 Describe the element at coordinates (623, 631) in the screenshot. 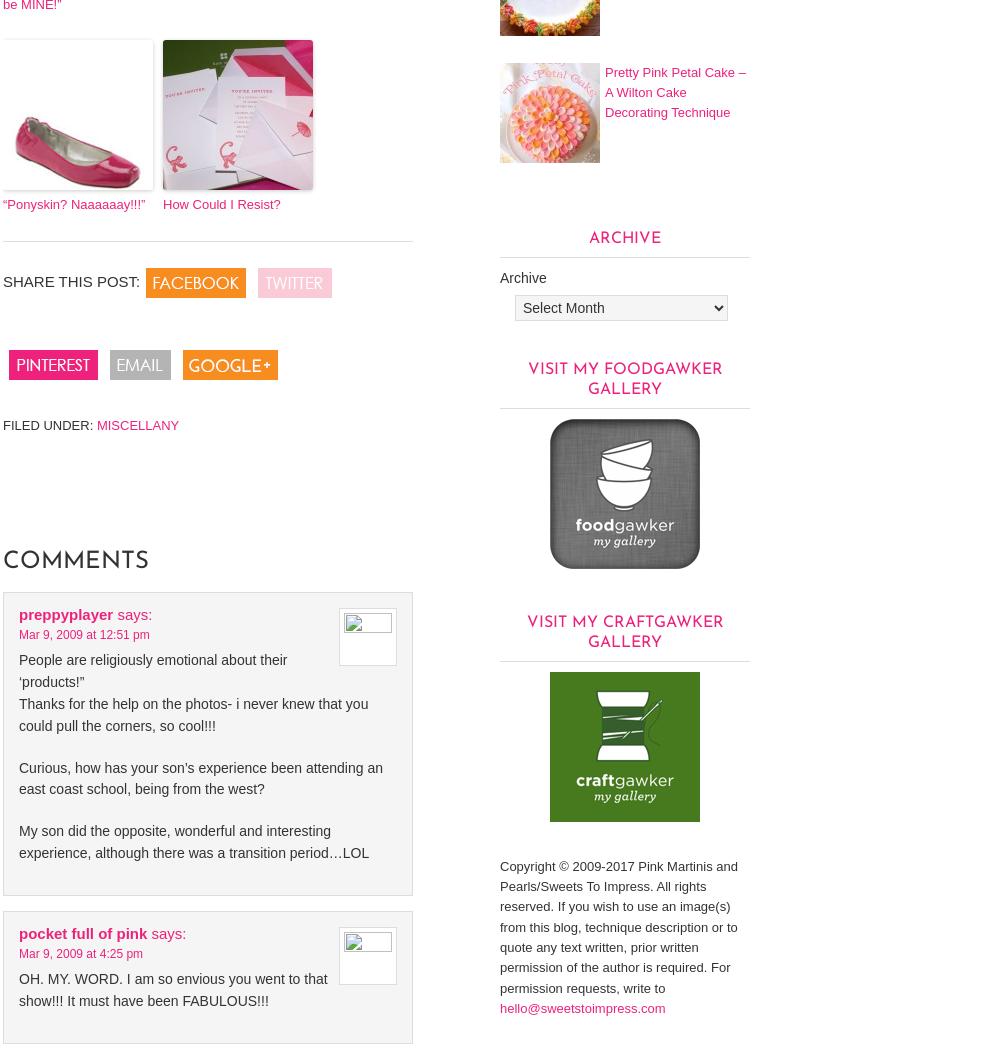

I see `'Visit My Craftgawker Gallery'` at that location.